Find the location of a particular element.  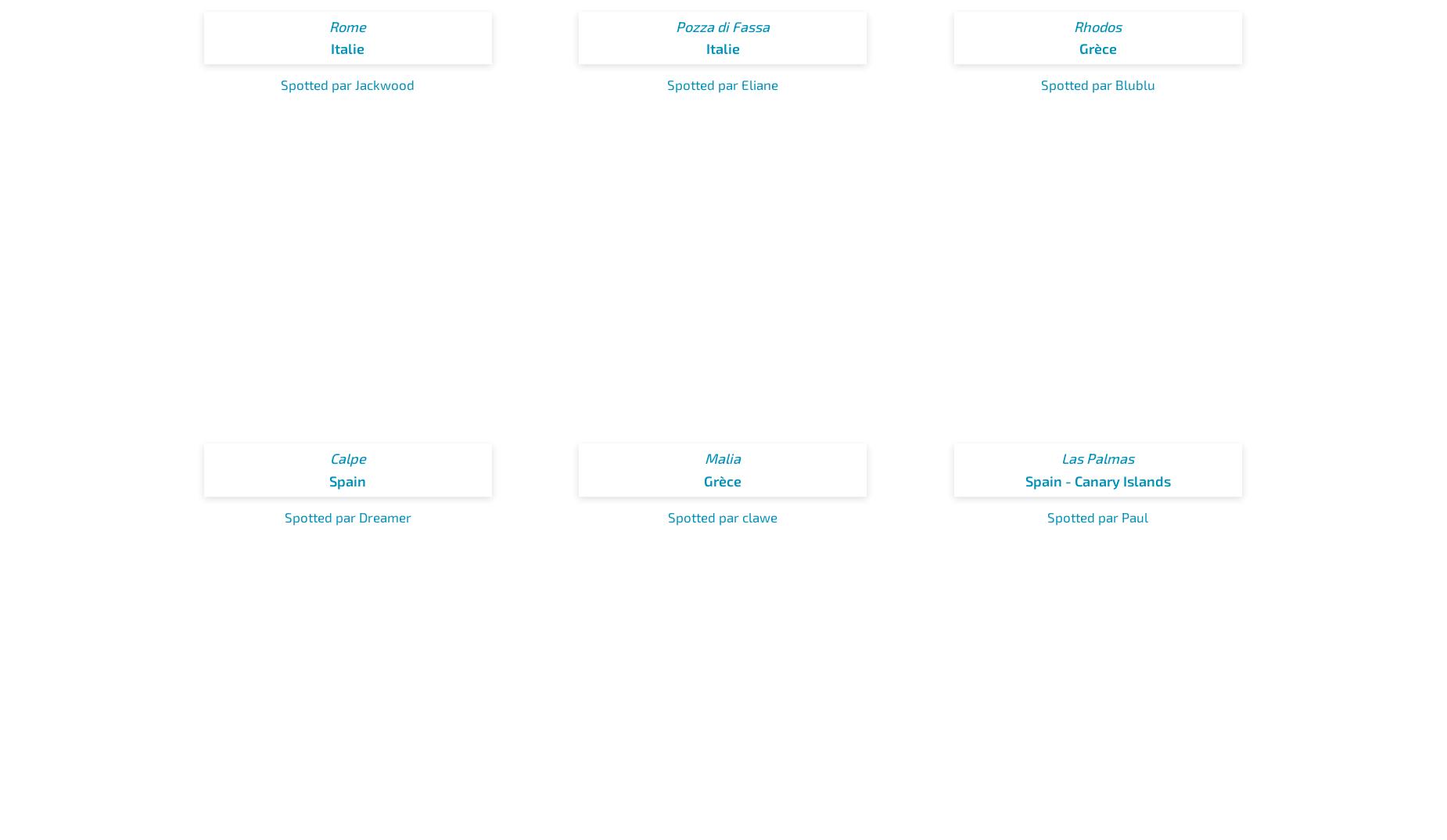

'Spotted par Paul' is located at coordinates (1097, 515).